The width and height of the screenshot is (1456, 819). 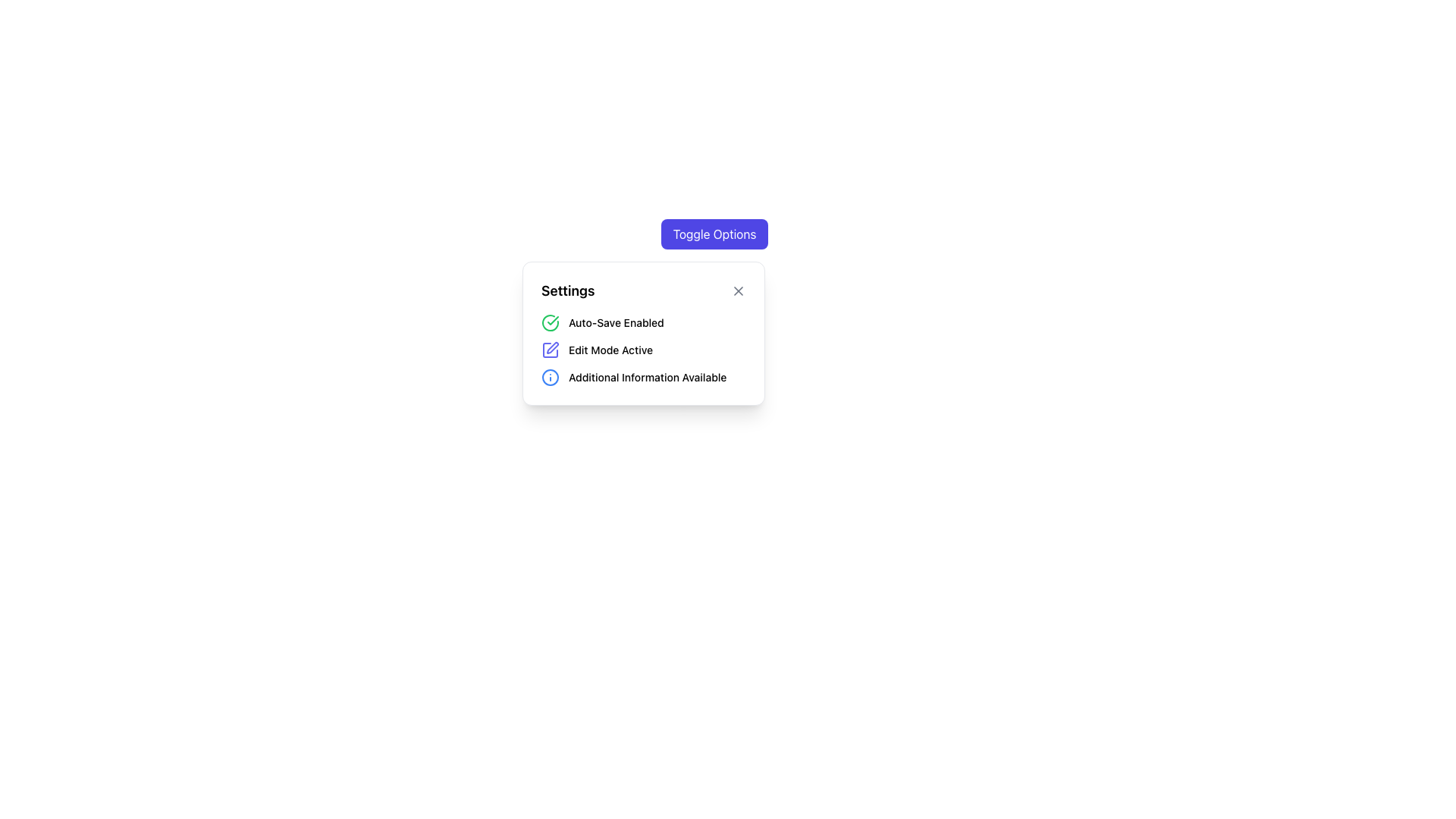 I want to click on the Status indicator labeled 'Auto-Save Enabled' with a green checkmark icon in the 'Settings' popup, which is the first row of three similar rows, so click(x=644, y=322).